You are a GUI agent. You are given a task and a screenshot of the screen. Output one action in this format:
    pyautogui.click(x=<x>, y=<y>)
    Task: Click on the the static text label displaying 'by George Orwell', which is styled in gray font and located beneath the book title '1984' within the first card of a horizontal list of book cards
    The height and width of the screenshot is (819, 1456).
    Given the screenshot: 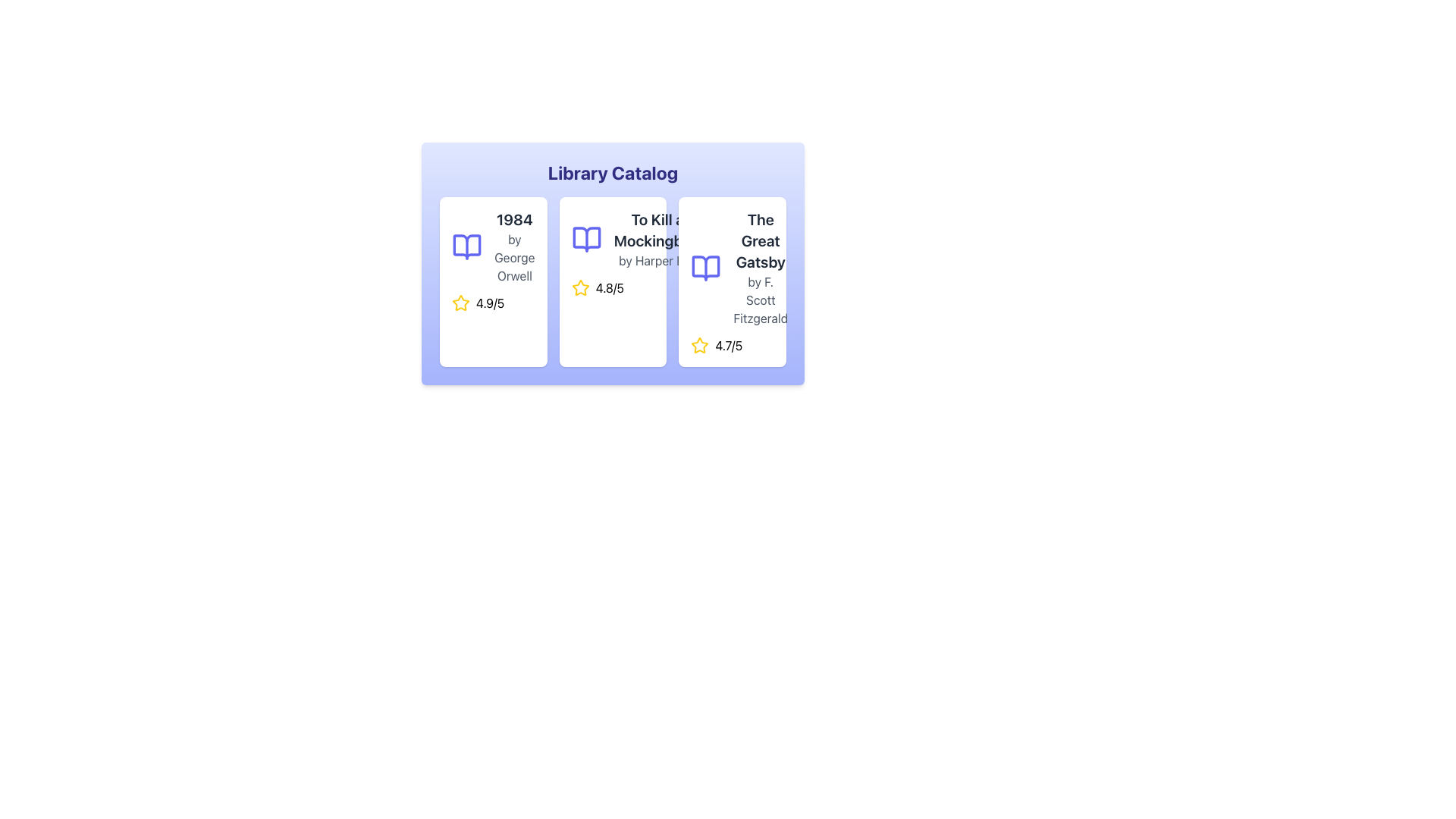 What is the action you would take?
    pyautogui.click(x=514, y=256)
    